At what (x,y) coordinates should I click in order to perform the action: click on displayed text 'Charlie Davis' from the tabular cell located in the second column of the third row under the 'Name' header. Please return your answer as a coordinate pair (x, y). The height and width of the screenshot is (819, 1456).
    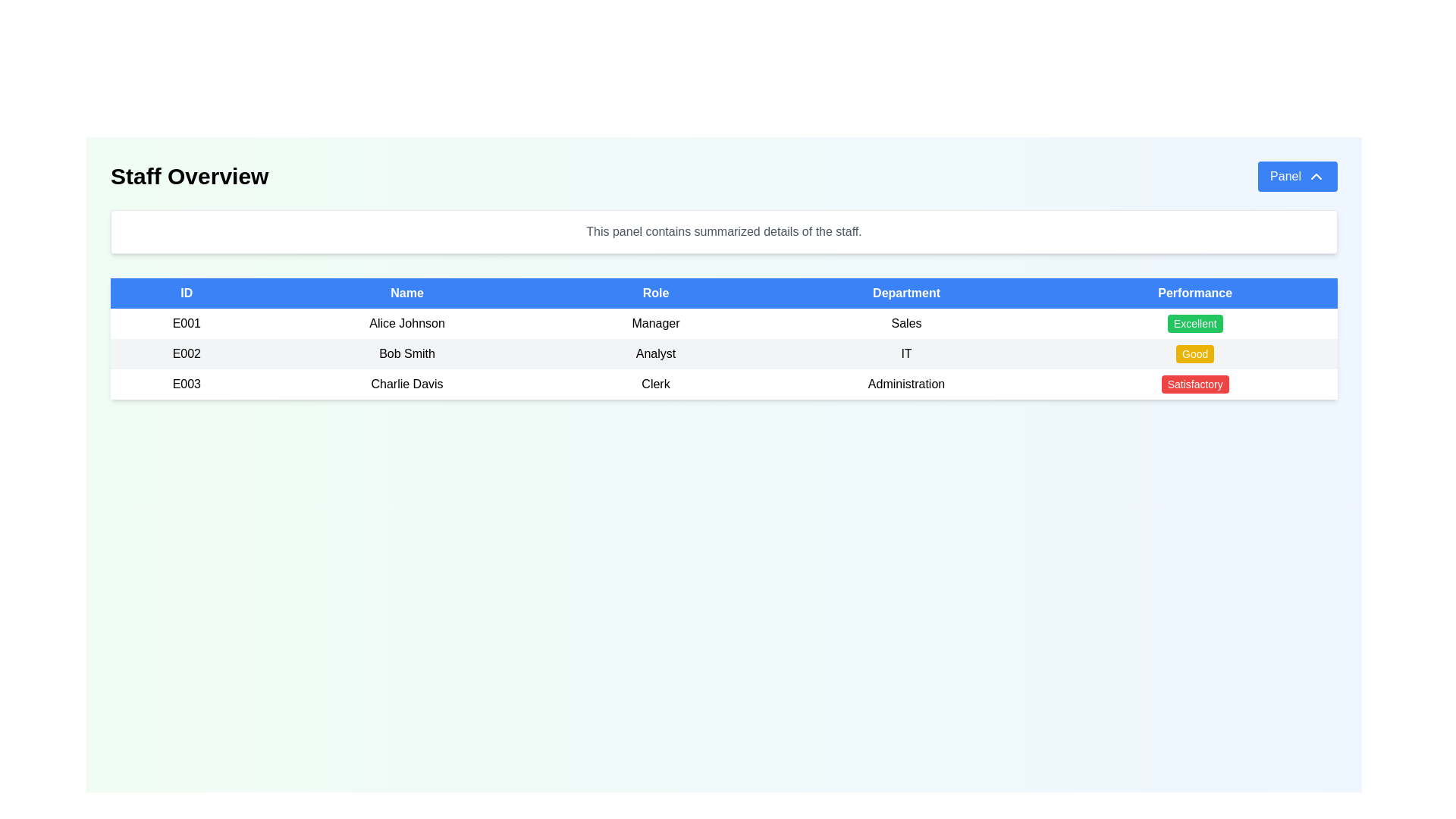
    Looking at the image, I should click on (407, 383).